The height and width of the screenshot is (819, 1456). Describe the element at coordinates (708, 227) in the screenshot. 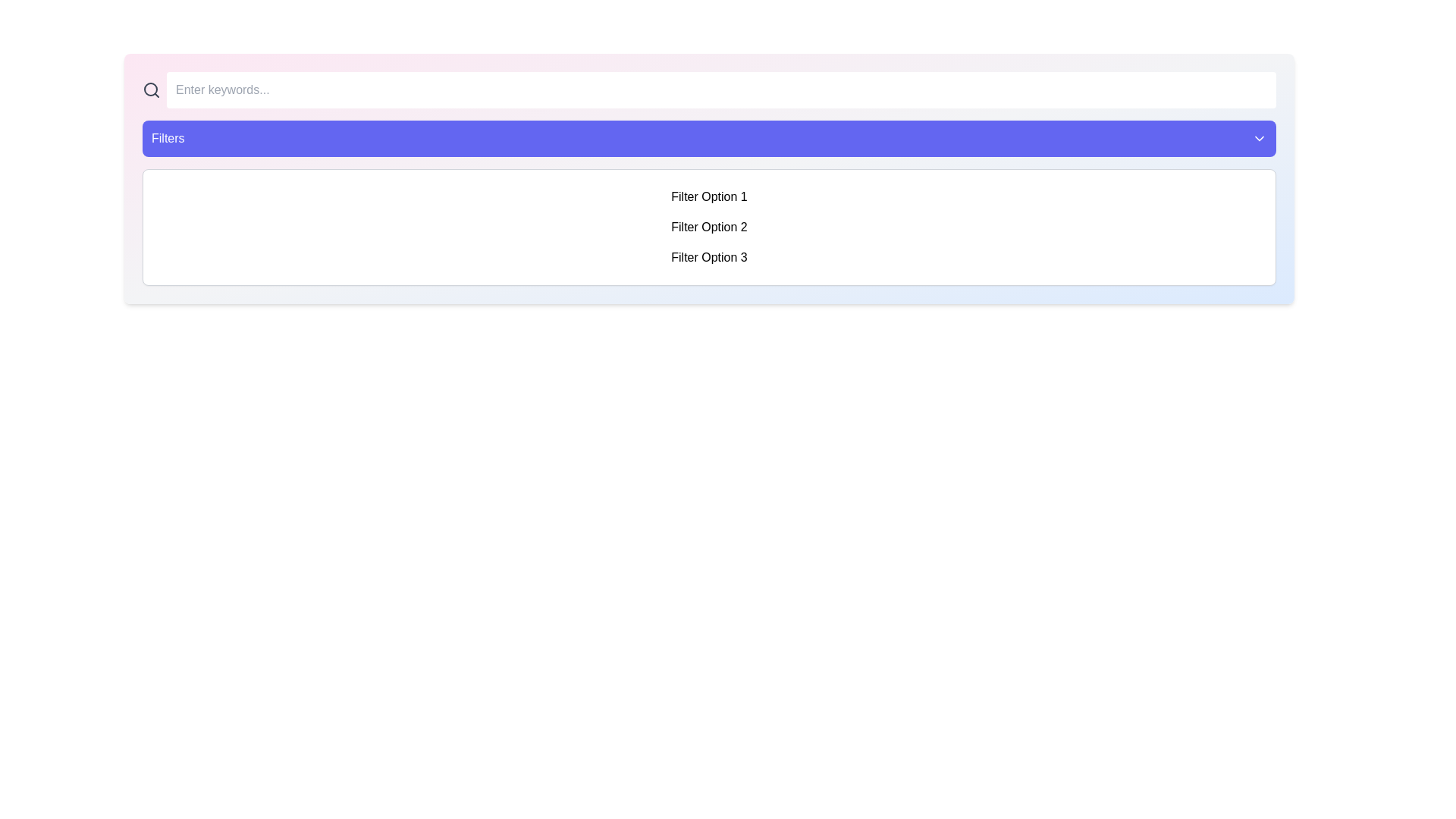

I see `the second text item in the 'Filters' section to trigger visual feedback` at that location.